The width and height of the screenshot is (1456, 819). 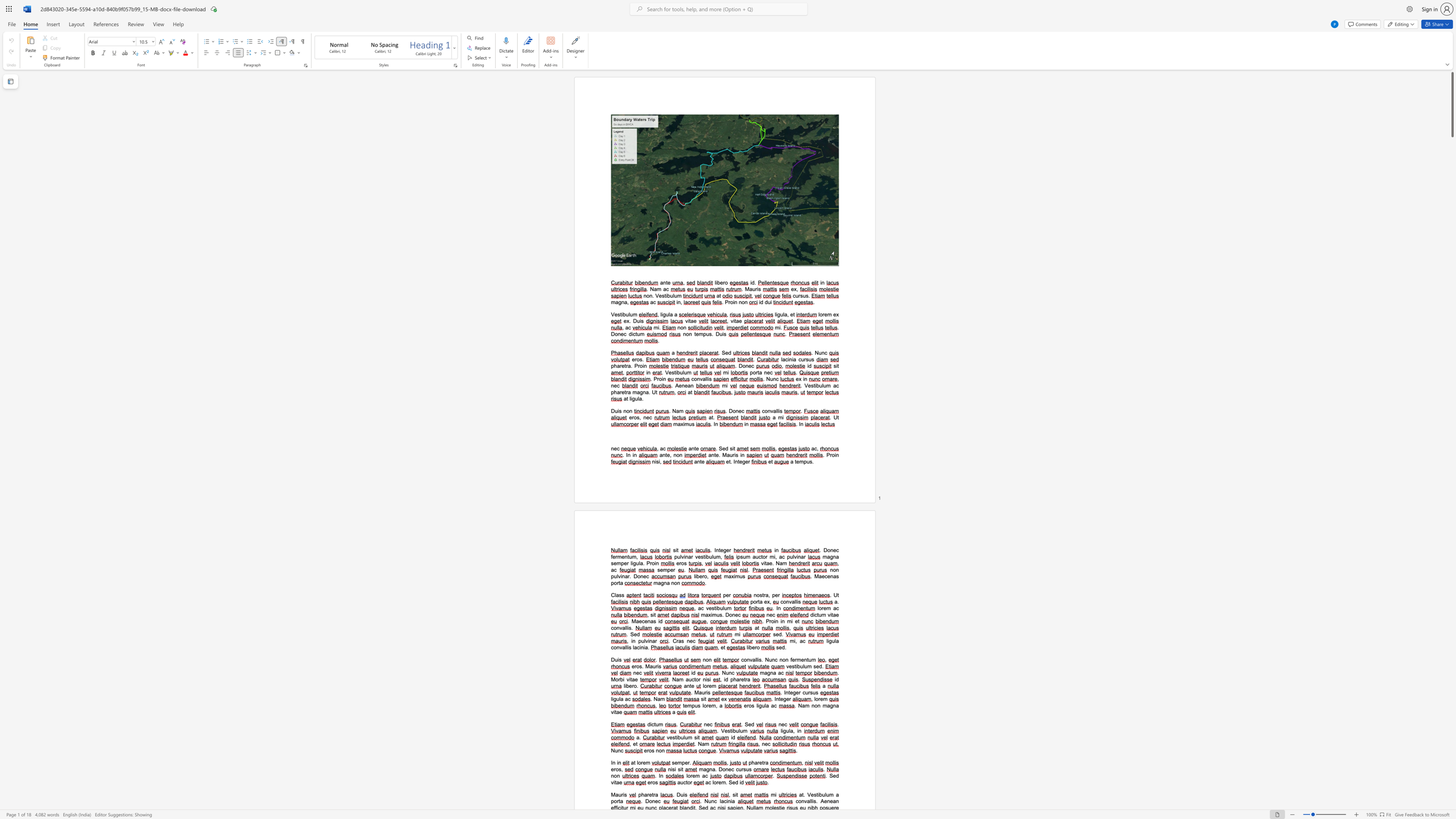 What do you see at coordinates (687, 775) in the screenshot?
I see `the space between the continuous character "l" and "o" in the text` at bounding box center [687, 775].